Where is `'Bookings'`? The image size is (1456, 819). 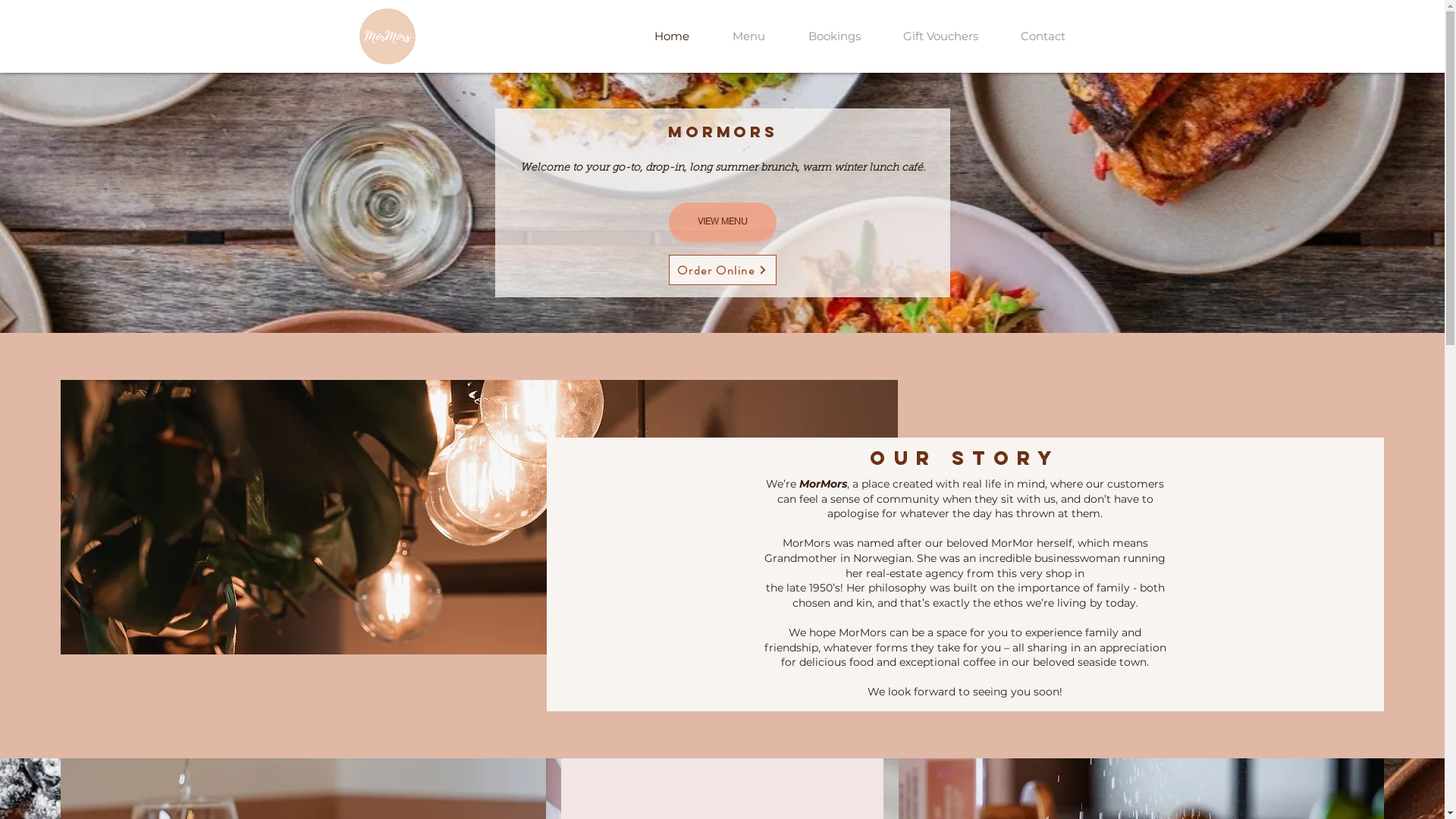
'Bookings' is located at coordinates (833, 35).